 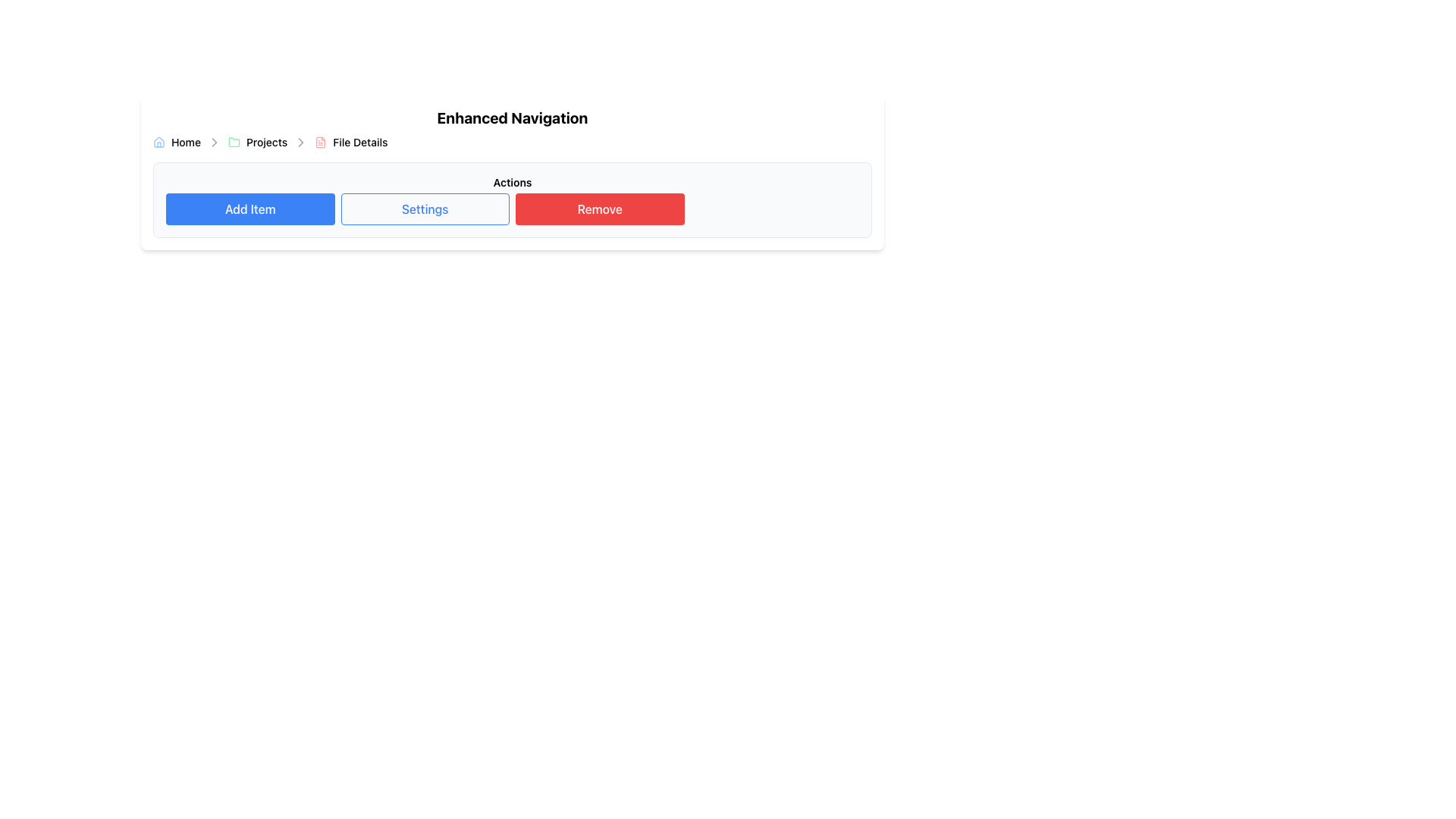 I want to click on text label with the word 'Actions' that is styled in bold and centrally aligned within its light gray bordered box at the top of the section, so click(x=513, y=181).